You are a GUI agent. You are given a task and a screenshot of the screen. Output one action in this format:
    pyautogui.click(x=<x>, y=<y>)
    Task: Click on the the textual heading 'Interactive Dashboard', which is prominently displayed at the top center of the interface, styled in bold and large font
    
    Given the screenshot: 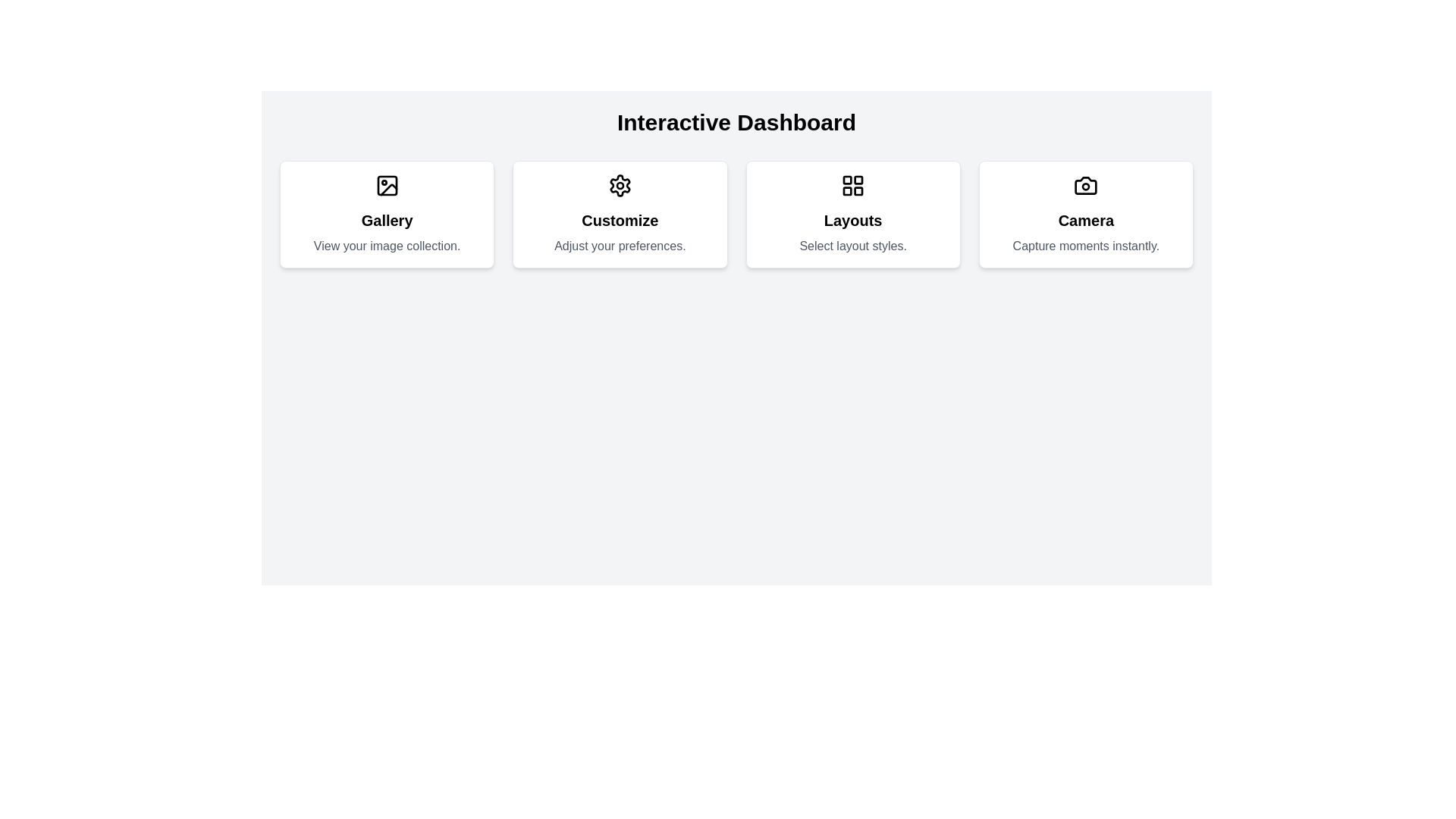 What is the action you would take?
    pyautogui.click(x=736, y=122)
    